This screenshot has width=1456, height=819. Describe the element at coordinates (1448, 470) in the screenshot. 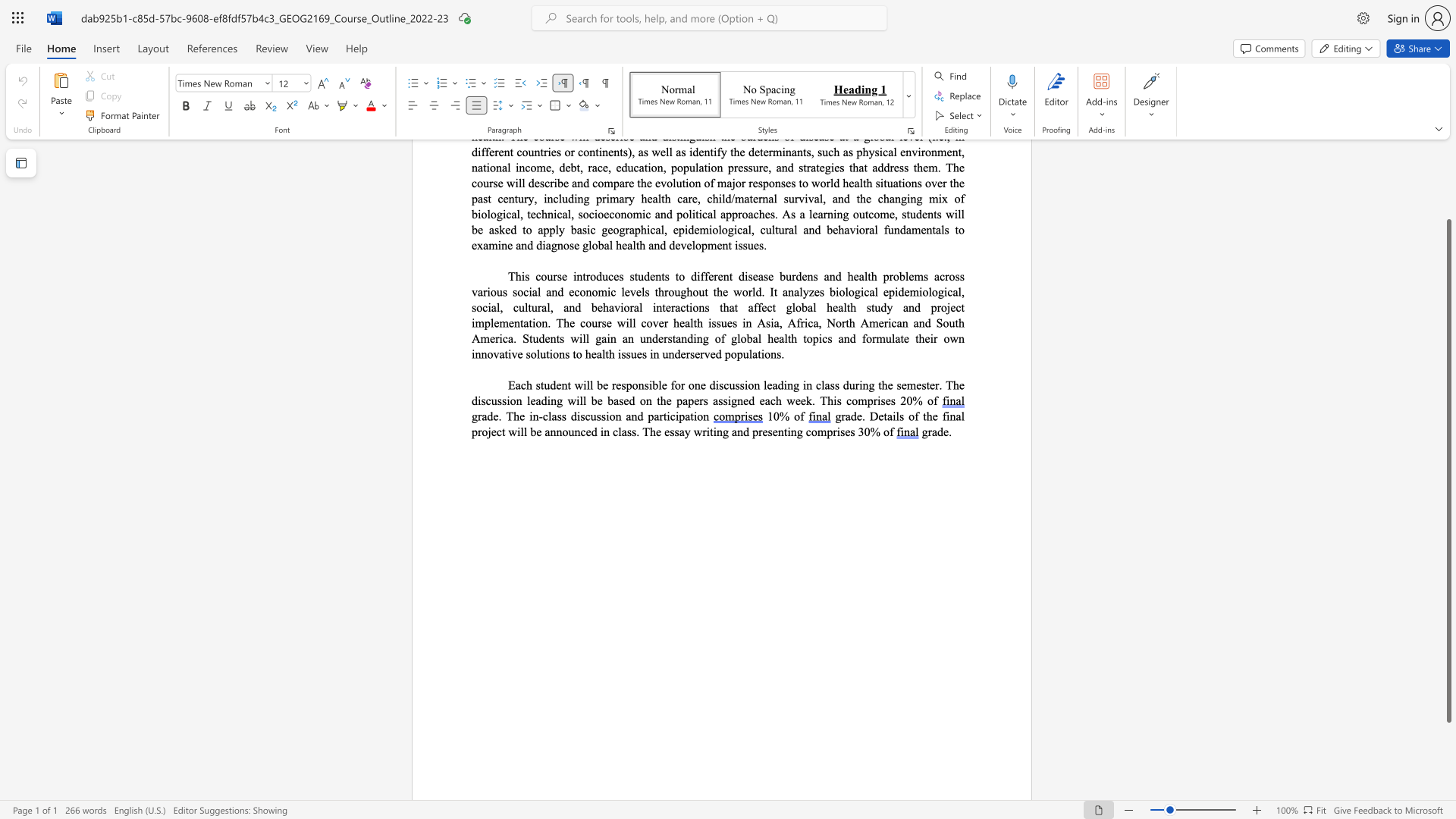

I see `the scrollbar and move up 100 pixels` at that location.